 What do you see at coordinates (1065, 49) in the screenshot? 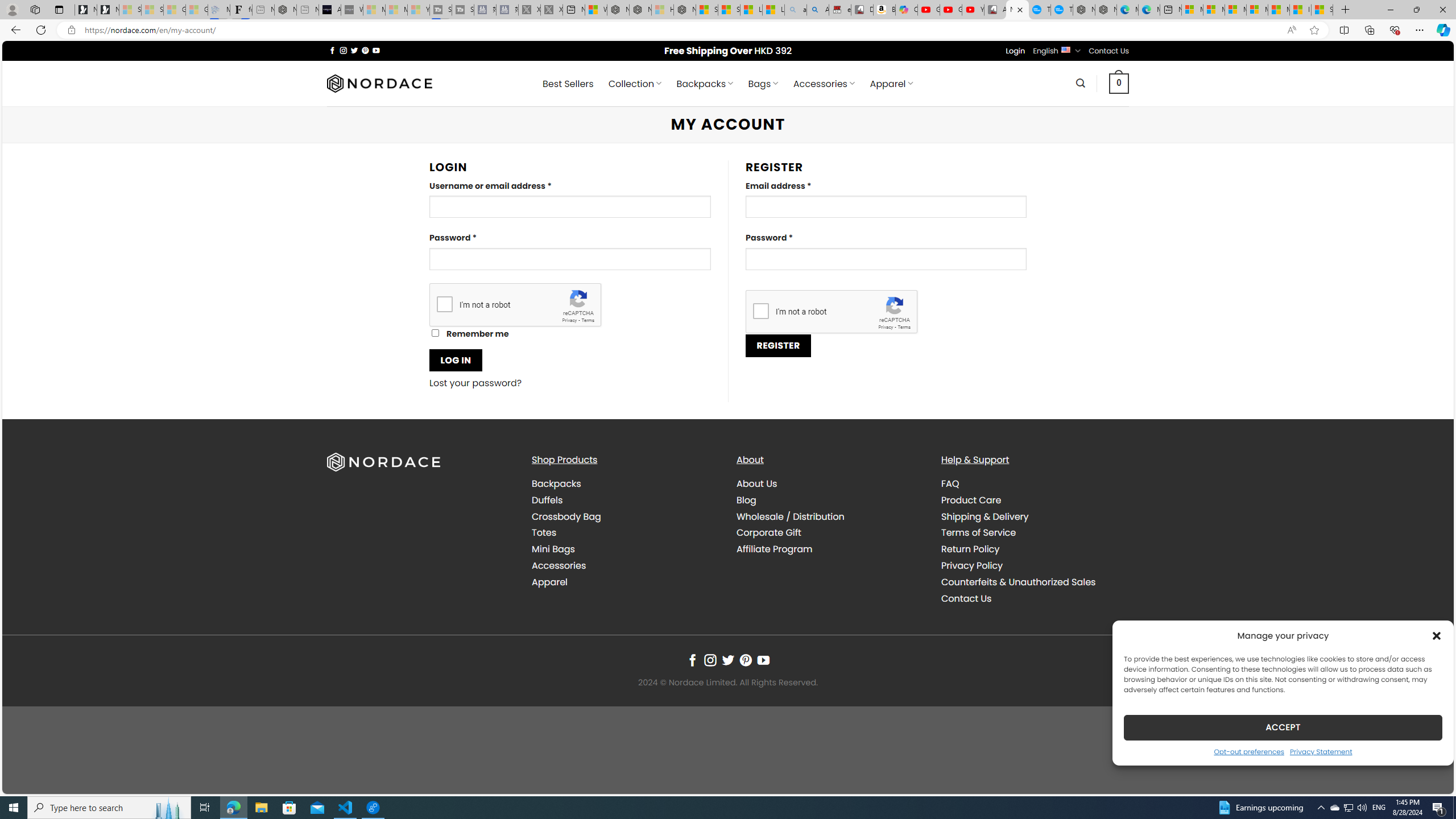
I see `'English'` at bounding box center [1065, 49].